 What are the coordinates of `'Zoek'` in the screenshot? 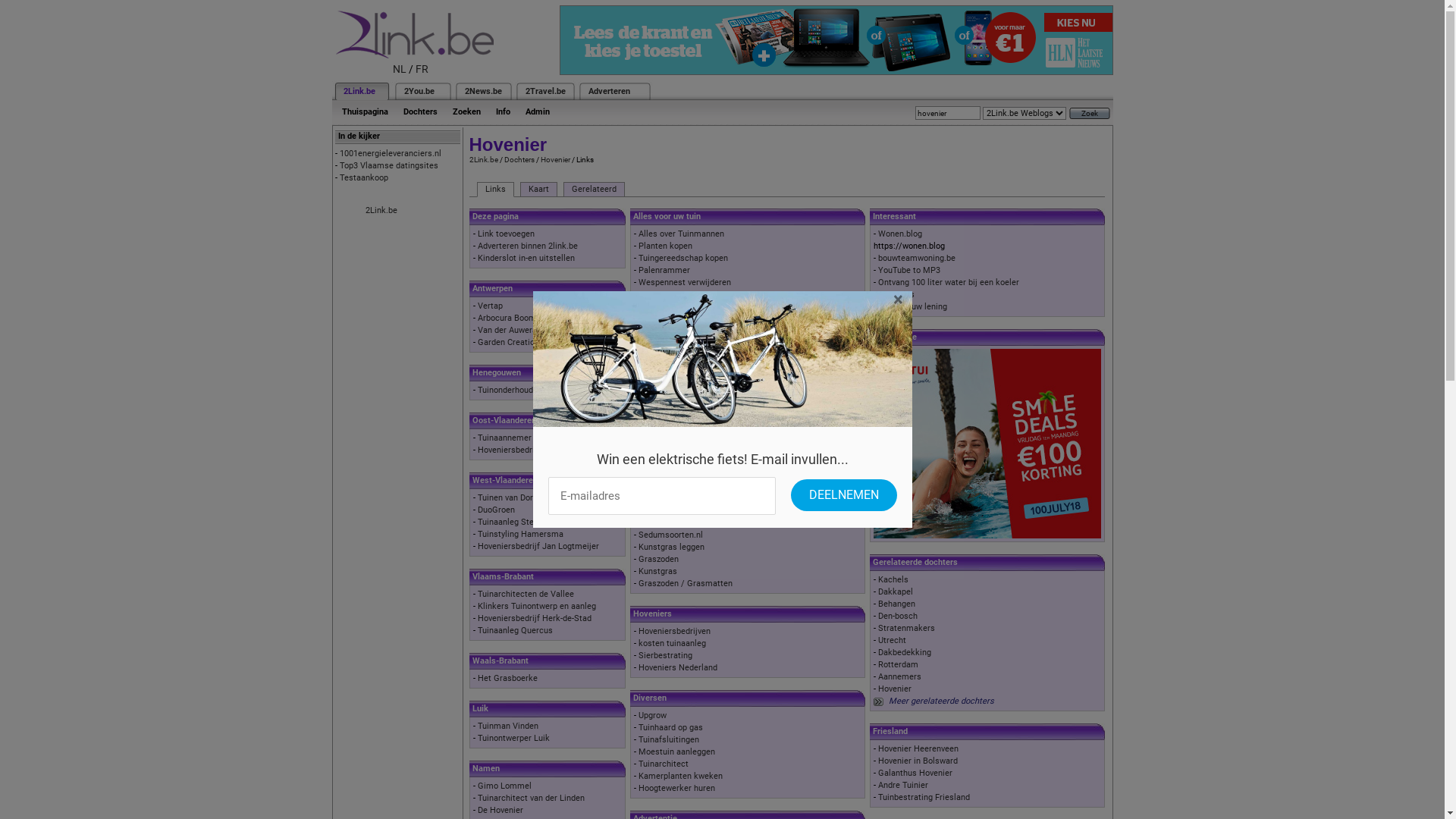 It's located at (1088, 112).